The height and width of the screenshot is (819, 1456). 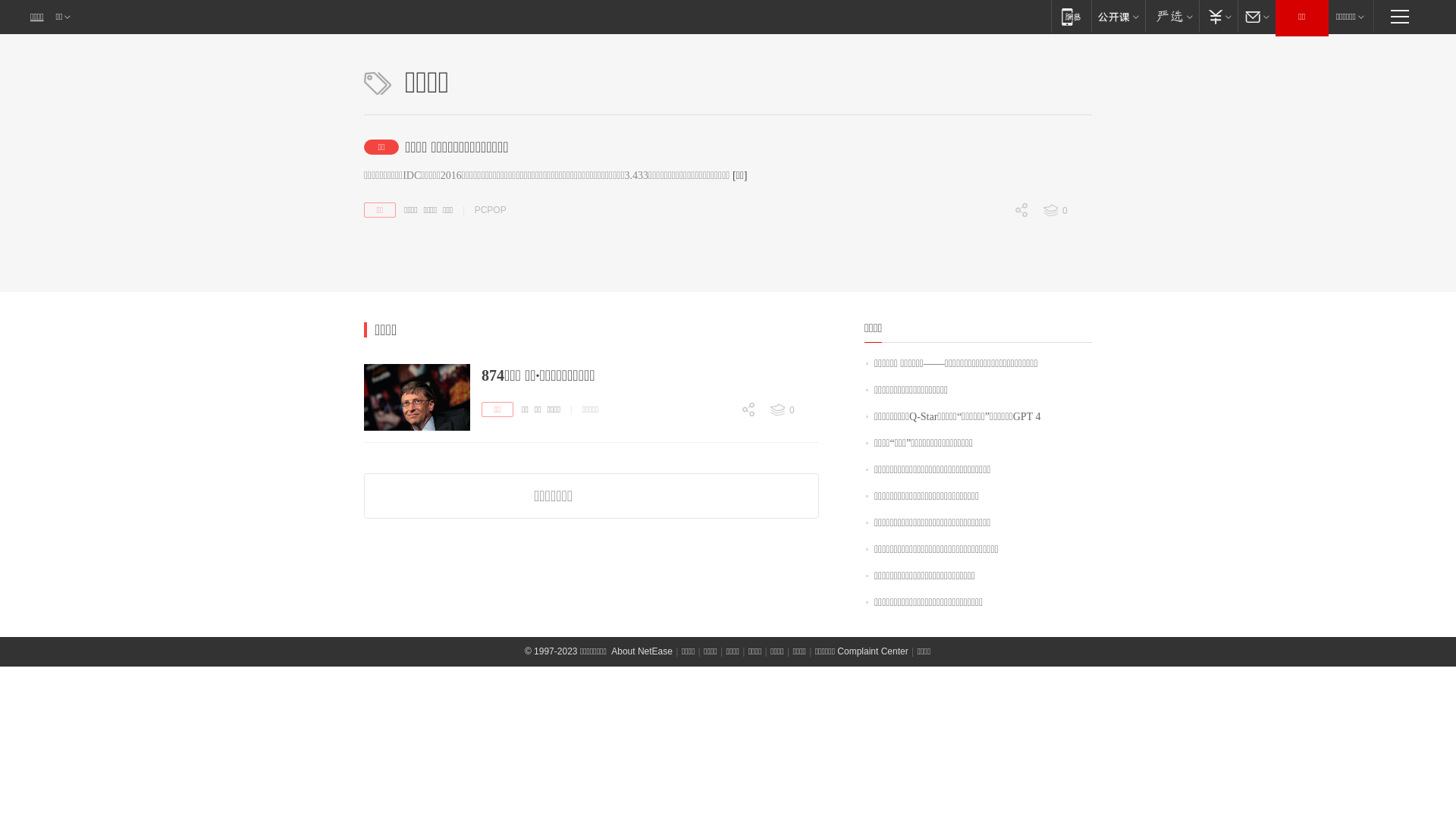 What do you see at coordinates (717, 489) in the screenshot?
I see `'0'` at bounding box center [717, 489].